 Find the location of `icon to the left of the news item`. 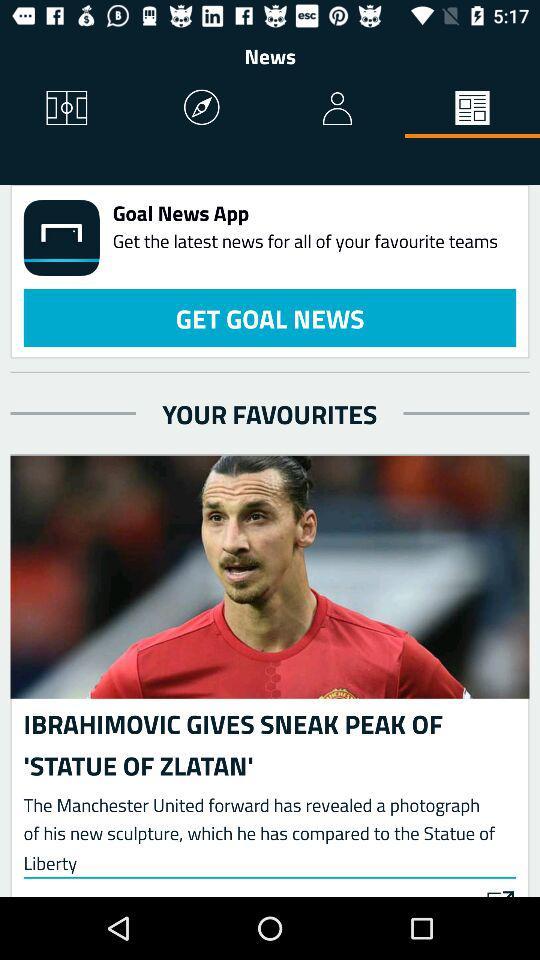

icon to the left of the news item is located at coordinates (67, 109).